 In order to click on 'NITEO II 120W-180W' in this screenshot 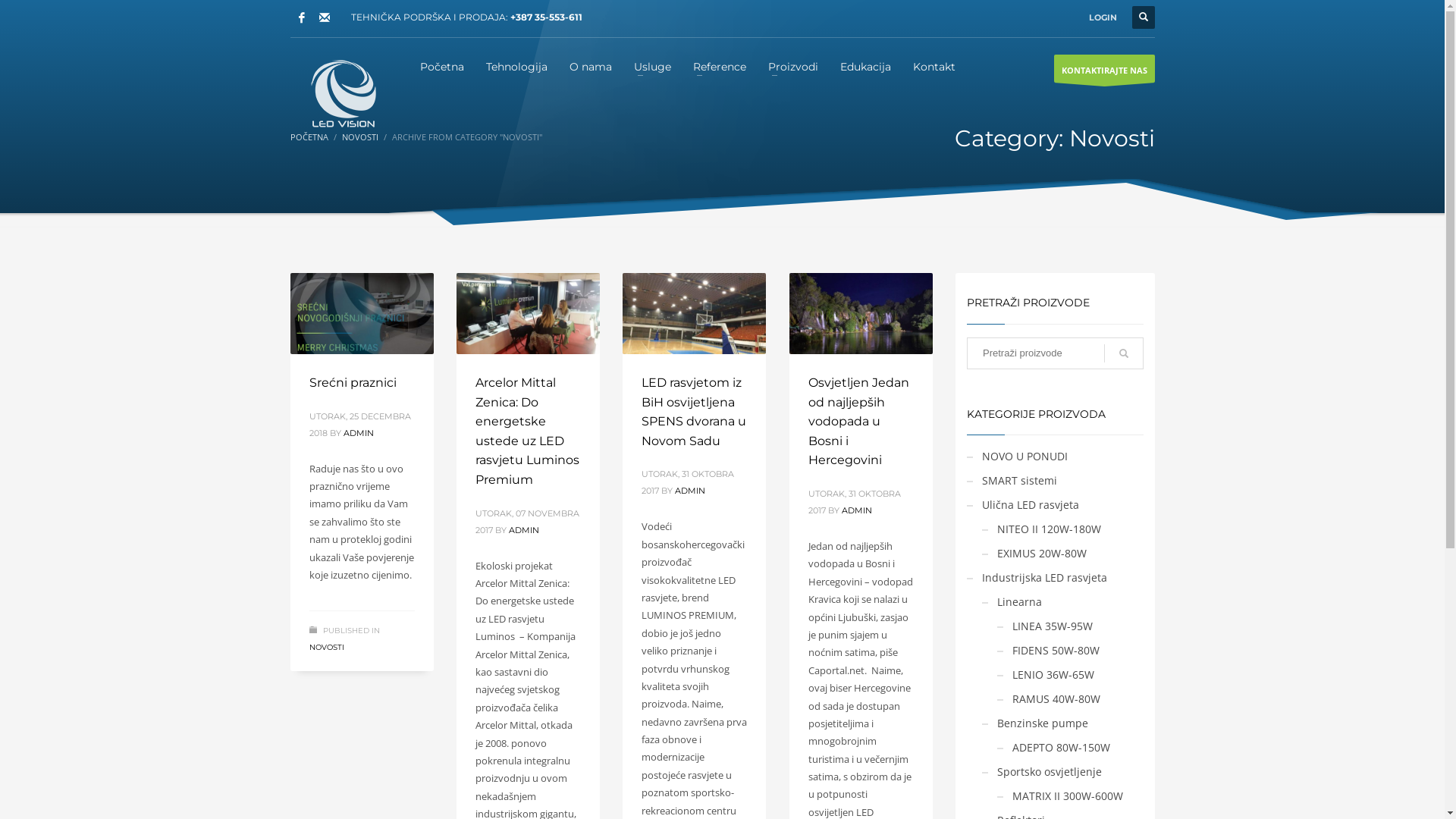, I will do `click(1040, 528)`.